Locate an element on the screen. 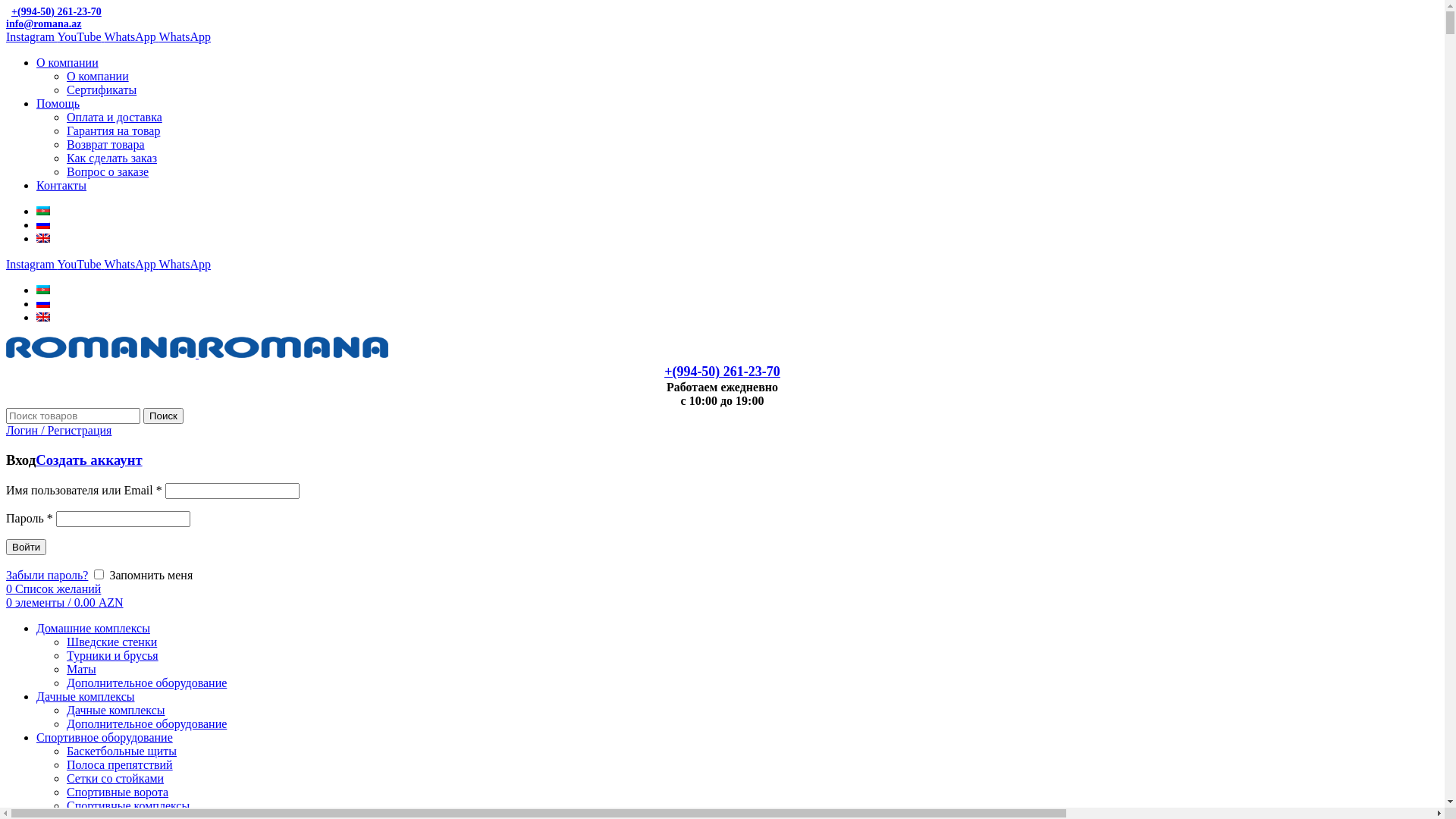 This screenshot has width=1456, height=819. 'WhatsApp' is located at coordinates (130, 263).